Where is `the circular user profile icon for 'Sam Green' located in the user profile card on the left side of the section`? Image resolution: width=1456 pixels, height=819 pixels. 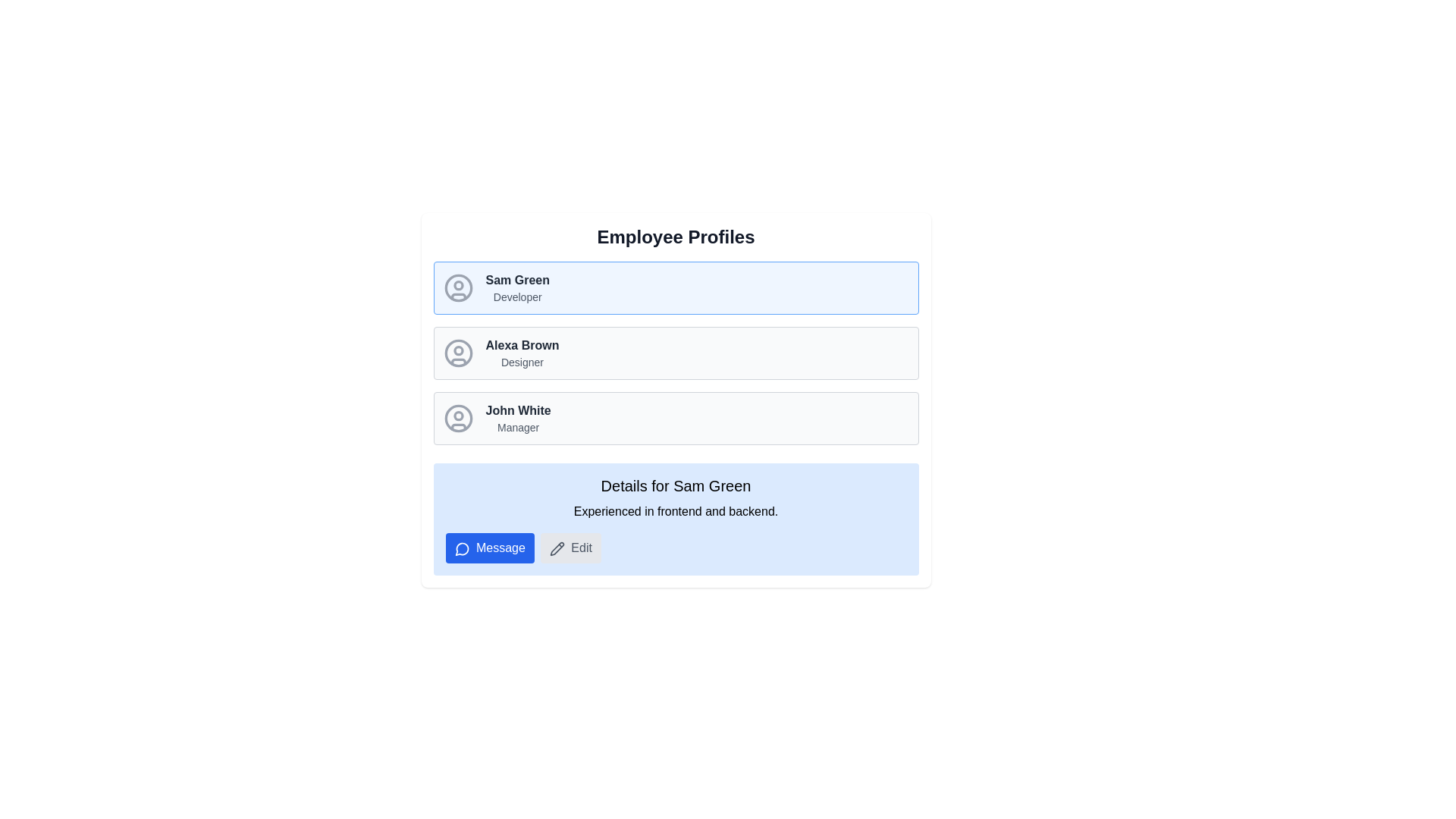
the circular user profile icon for 'Sam Green' located in the user profile card on the left side of the section is located at coordinates (457, 288).